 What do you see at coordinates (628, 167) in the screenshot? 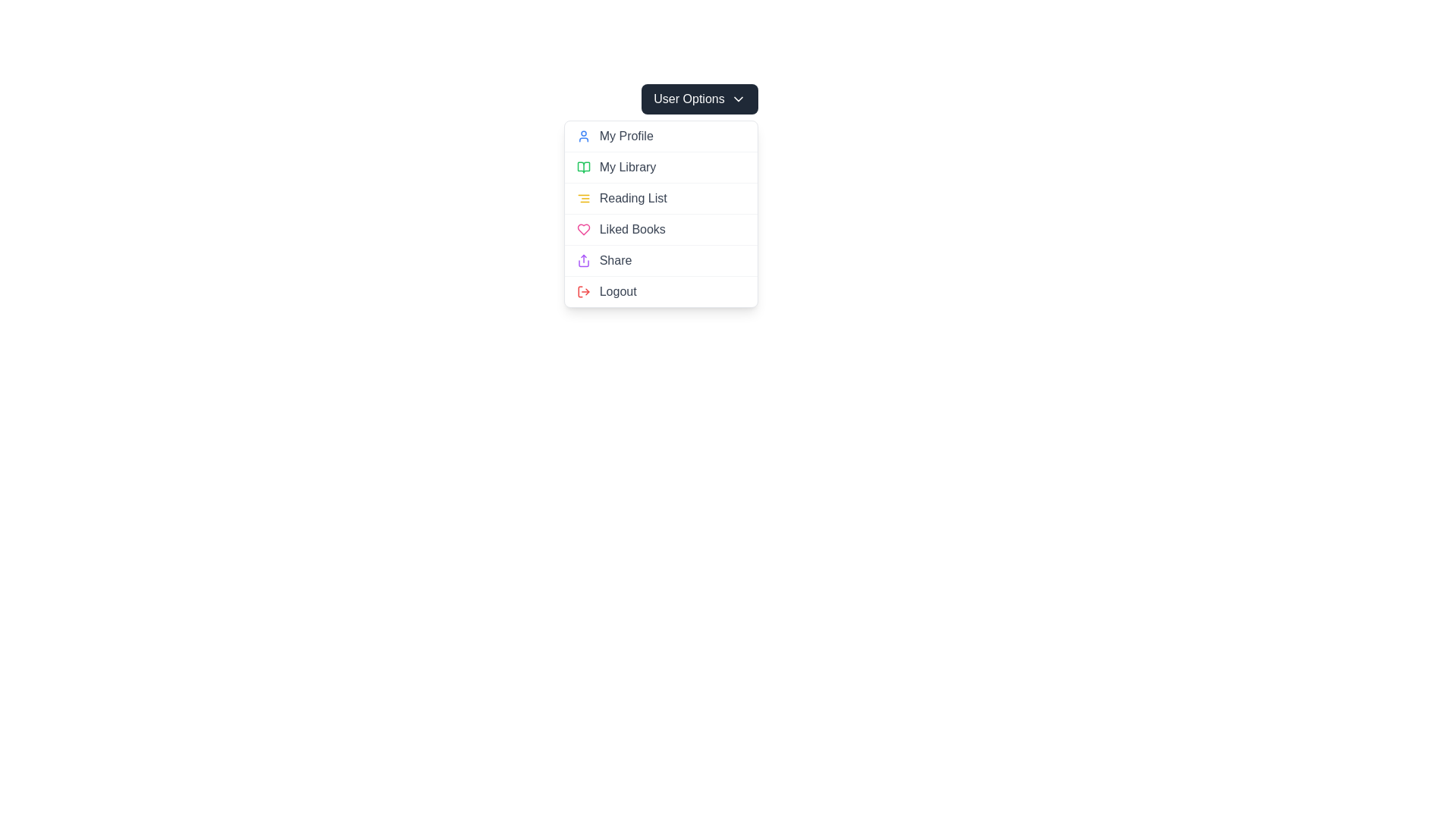
I see `the Text label in the dropdown menu, which is the second item after 'My Profile' and above 'Reading List'` at bounding box center [628, 167].